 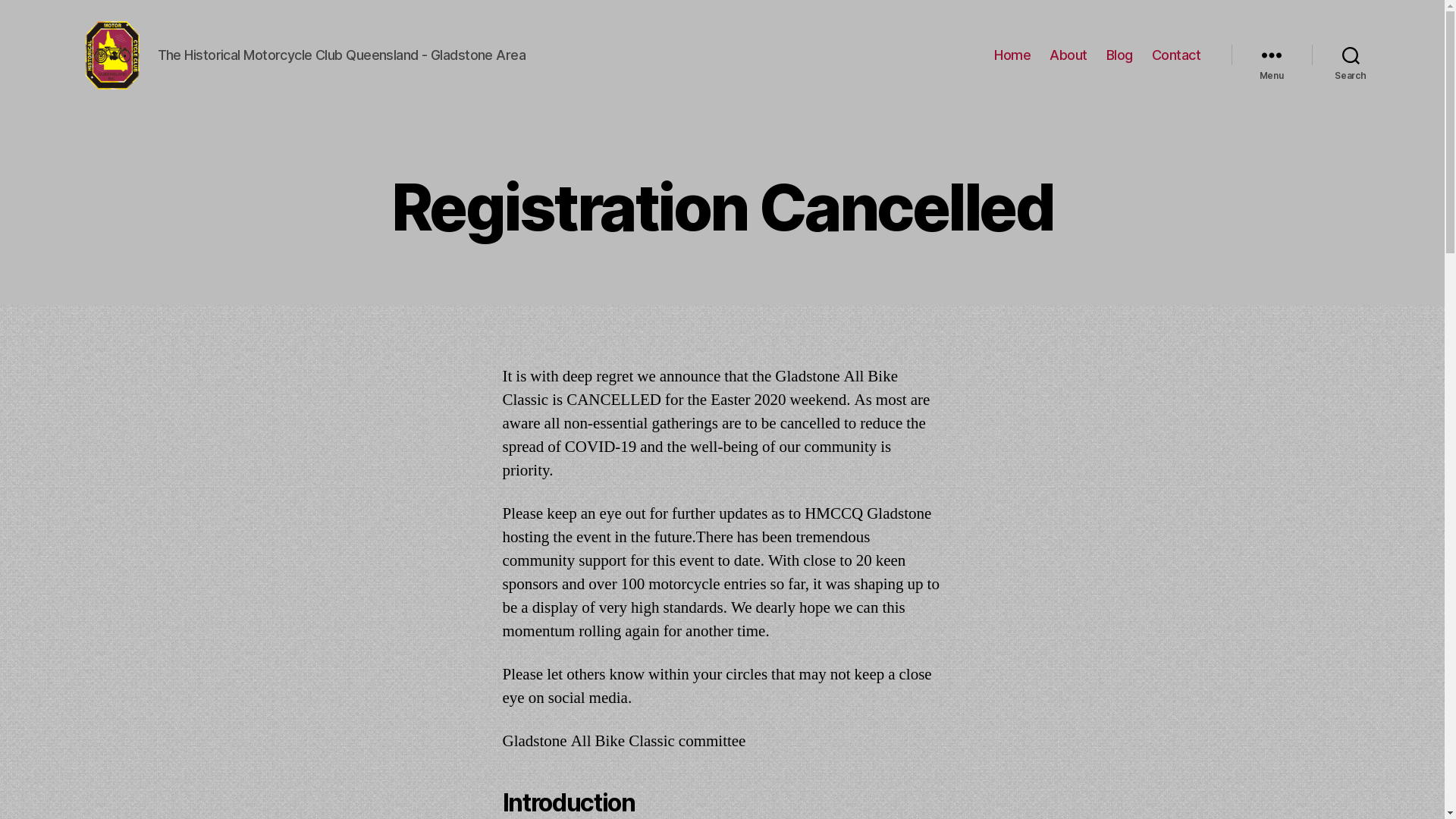 What do you see at coordinates (993, 55) in the screenshot?
I see `'Home'` at bounding box center [993, 55].